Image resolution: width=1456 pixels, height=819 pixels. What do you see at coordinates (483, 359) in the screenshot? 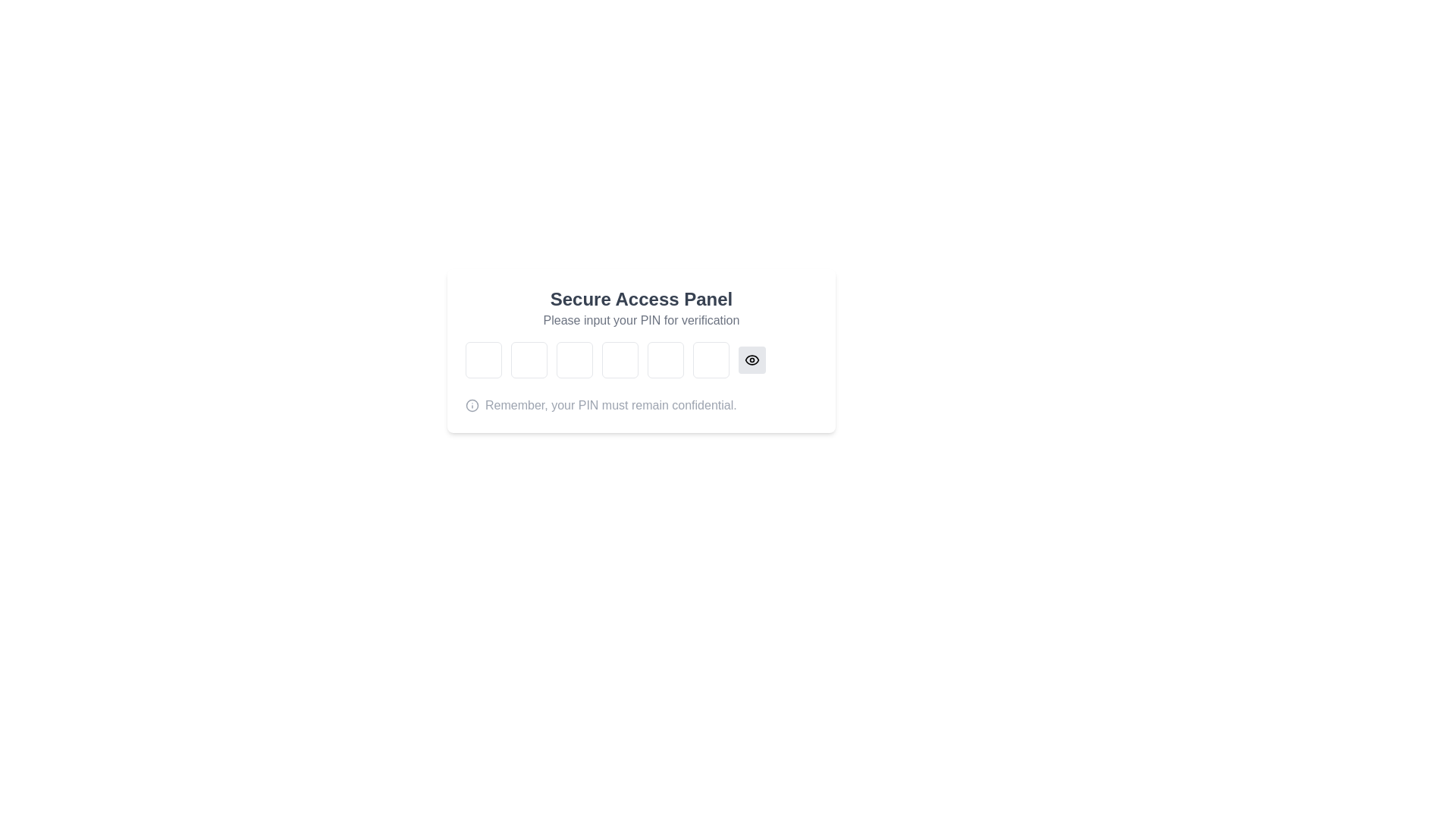
I see `to focus on the first password input field in a series of six aligned horizontally` at bounding box center [483, 359].